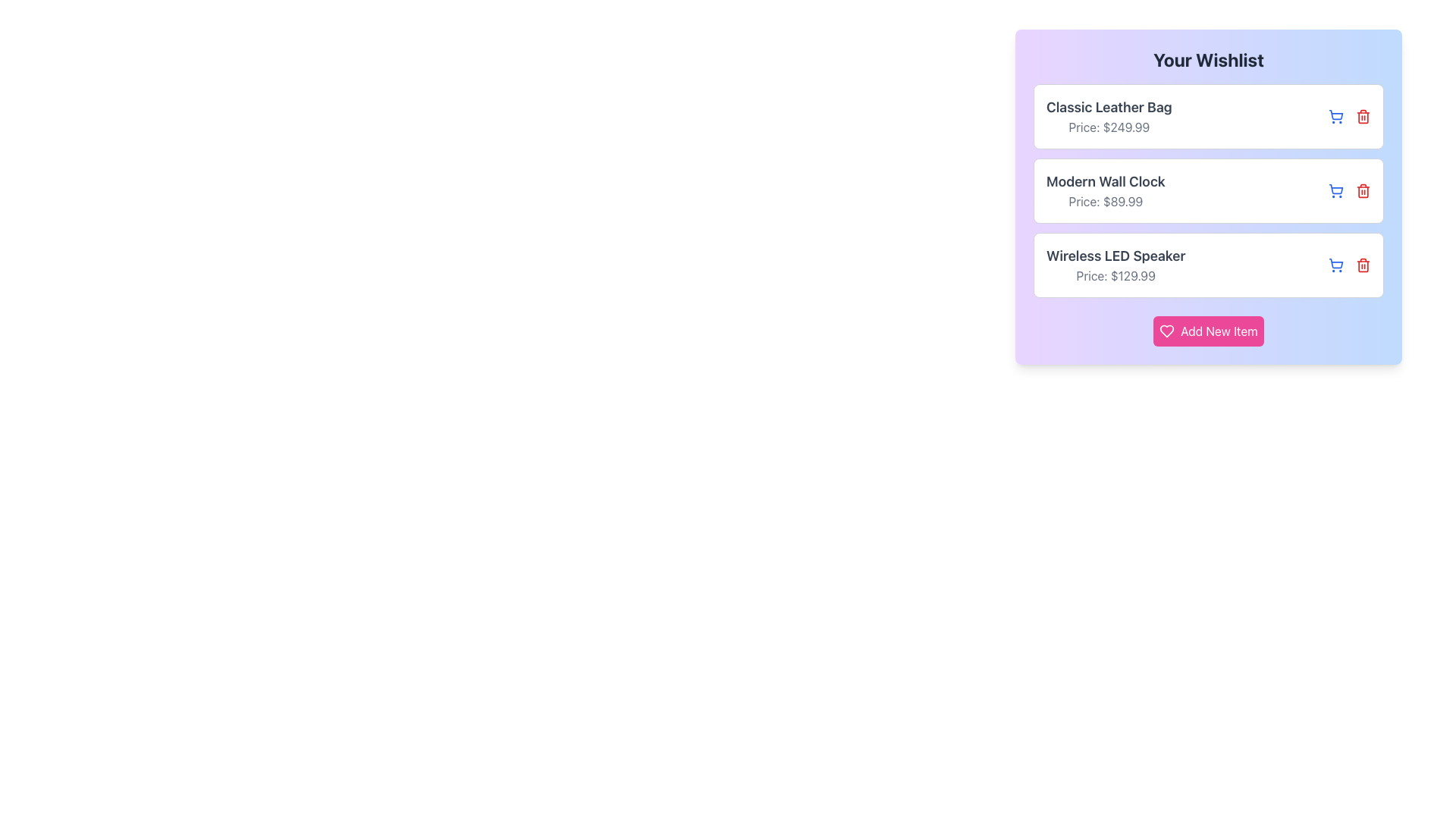 The width and height of the screenshot is (1456, 819). What do you see at coordinates (1106, 201) in the screenshot?
I see `price displayed in the text label located directly below the title 'Modern Wall Clock' in the second card of the wishlist interface` at bounding box center [1106, 201].